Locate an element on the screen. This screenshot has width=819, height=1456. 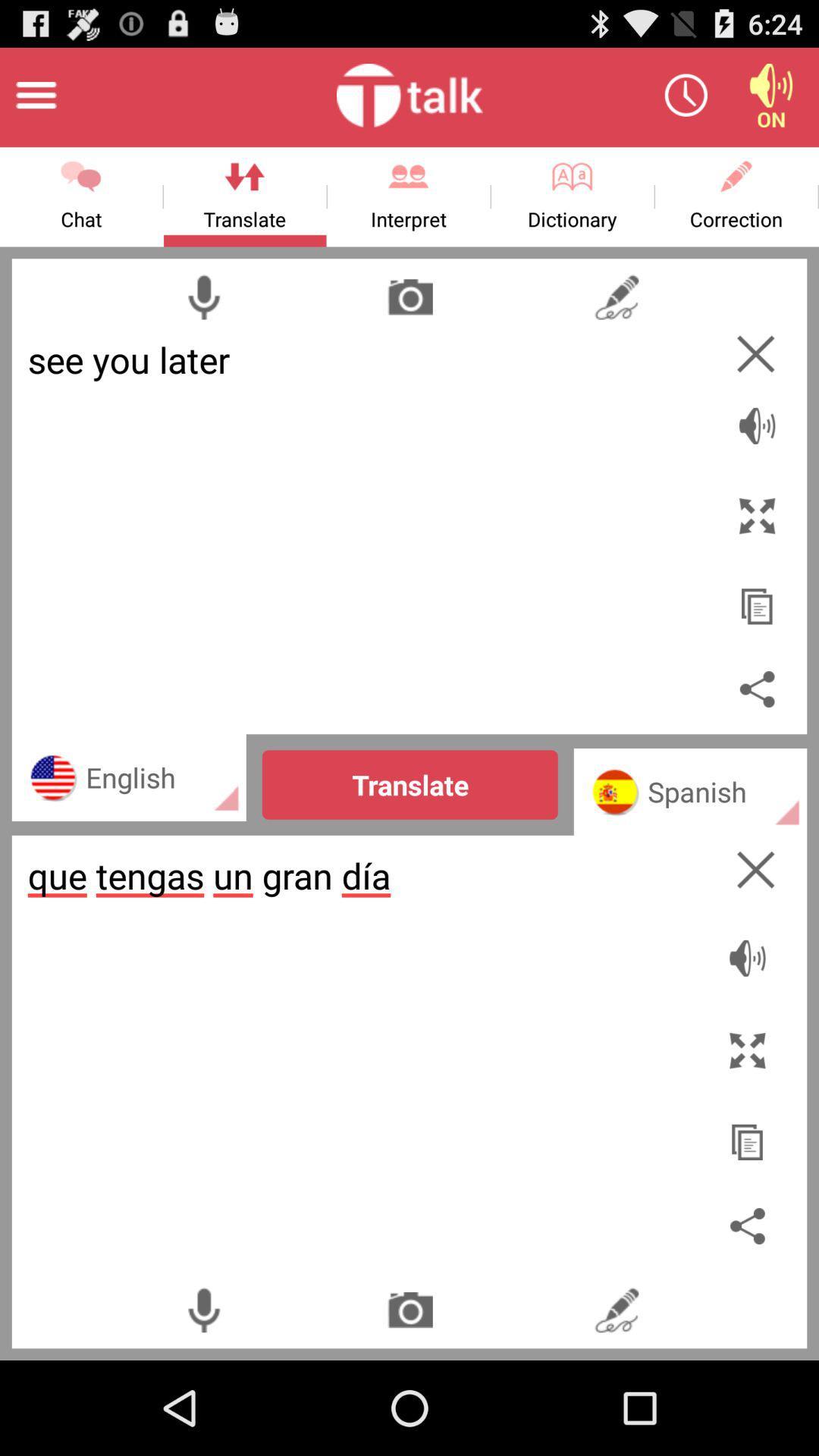
the fullscreen icon is located at coordinates (757, 544).